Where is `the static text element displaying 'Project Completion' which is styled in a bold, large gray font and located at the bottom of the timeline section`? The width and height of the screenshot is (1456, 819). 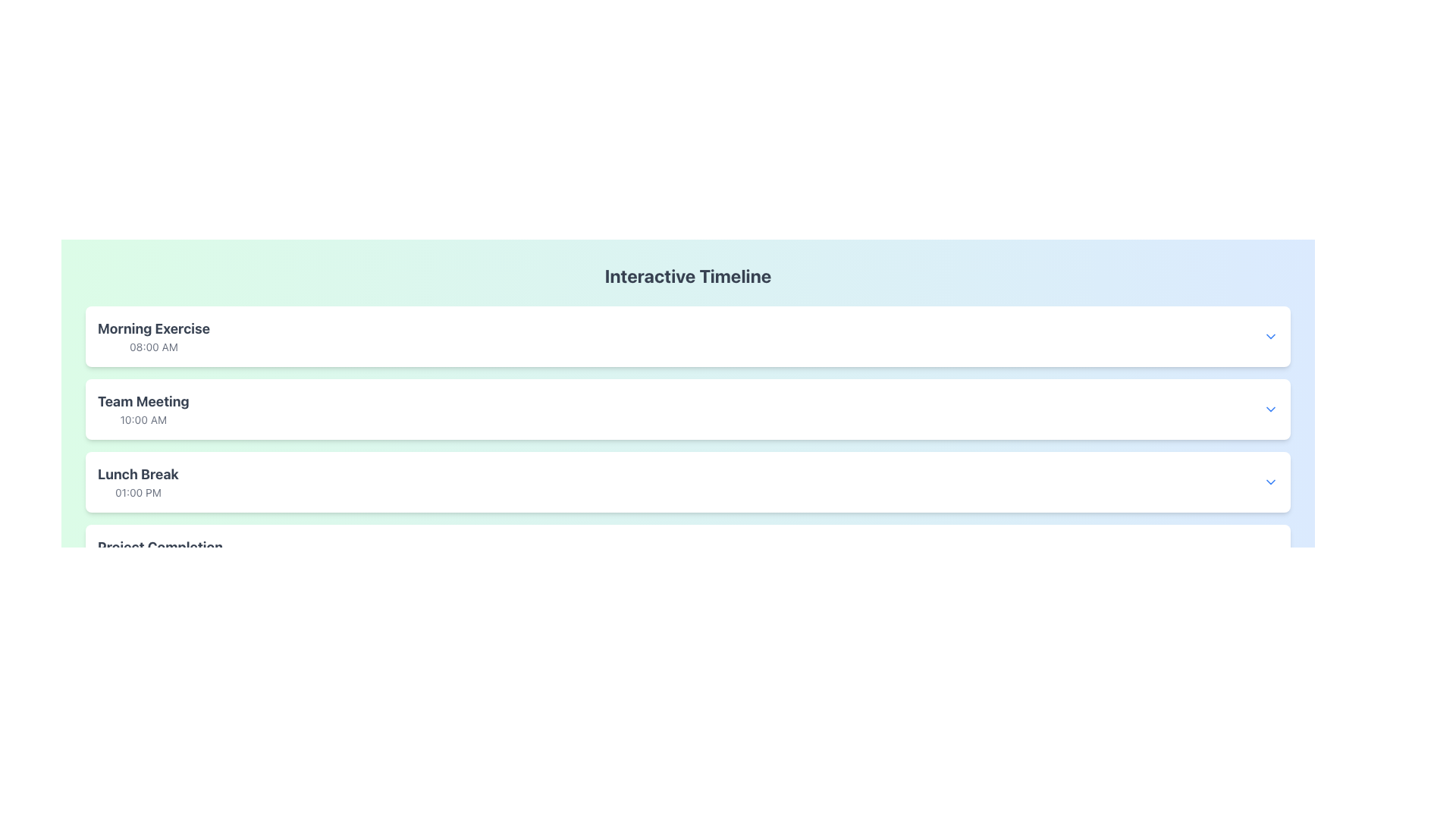 the static text element displaying 'Project Completion' which is styled in a bold, large gray font and located at the bottom of the timeline section is located at coordinates (160, 547).